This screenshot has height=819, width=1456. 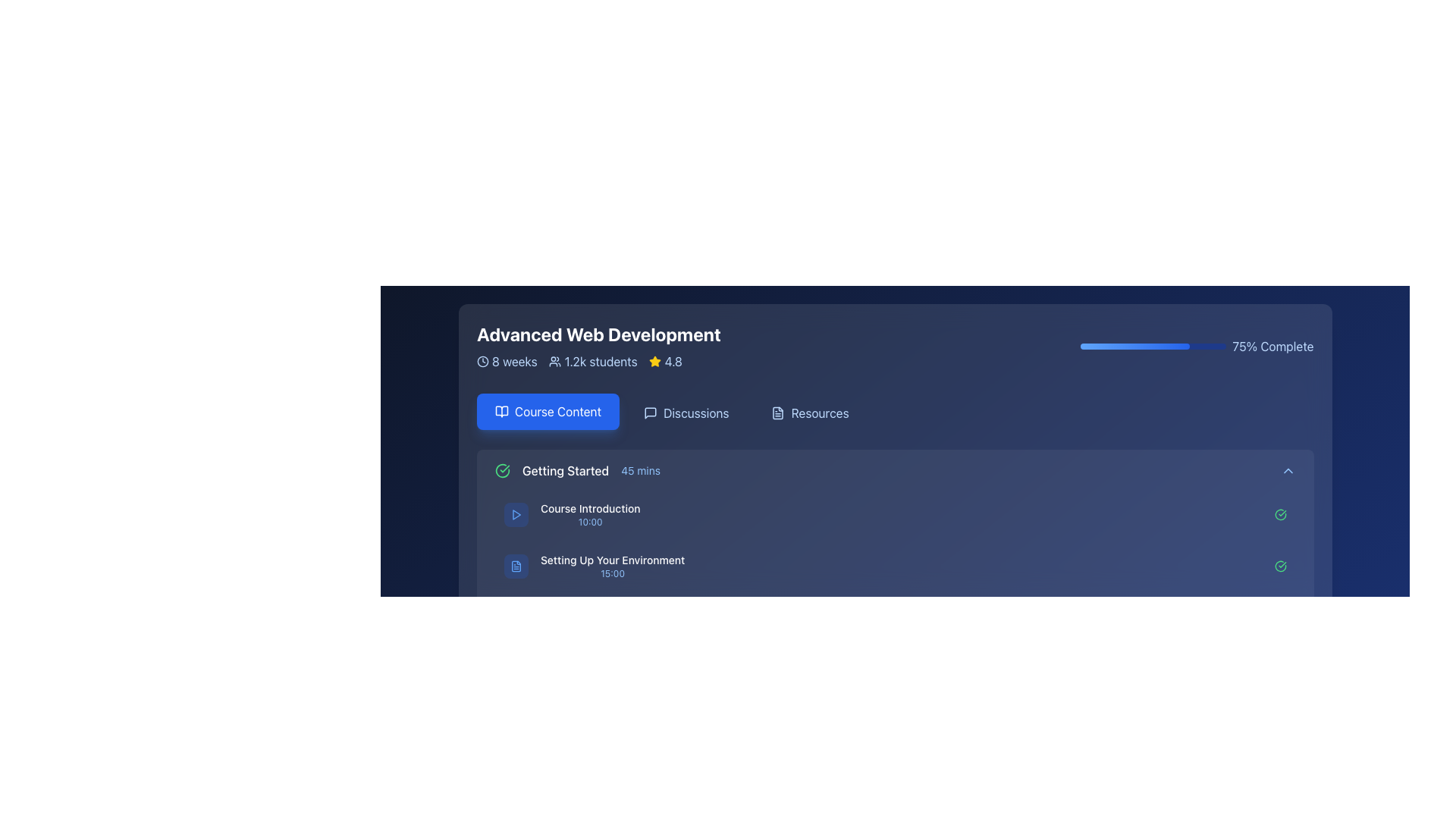 What do you see at coordinates (1279, 513) in the screenshot?
I see `the circular green icon with a checkmark design, located at the far right of the 'Course Introduction 10:00' row` at bounding box center [1279, 513].